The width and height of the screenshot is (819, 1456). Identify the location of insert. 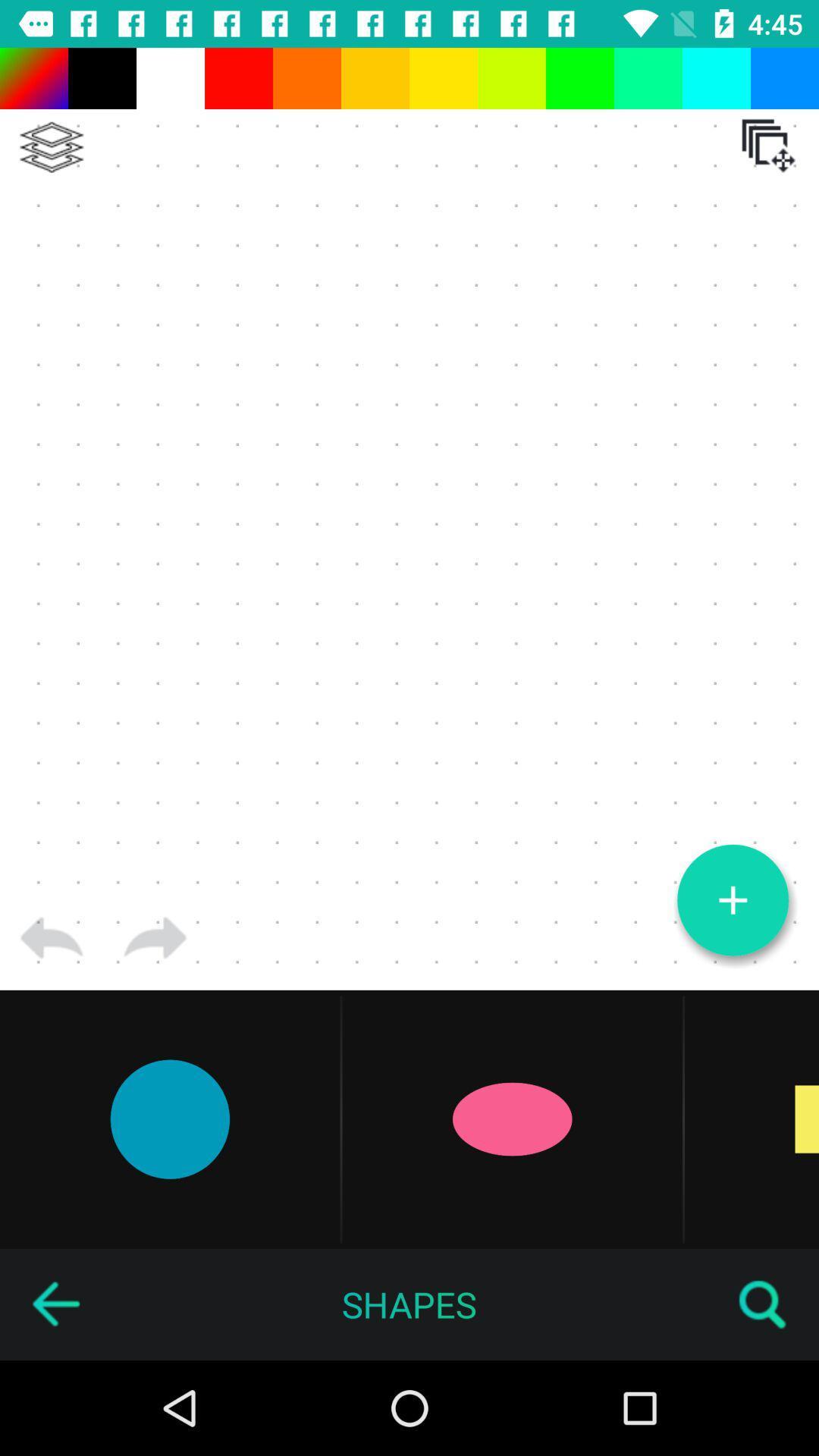
(732, 900).